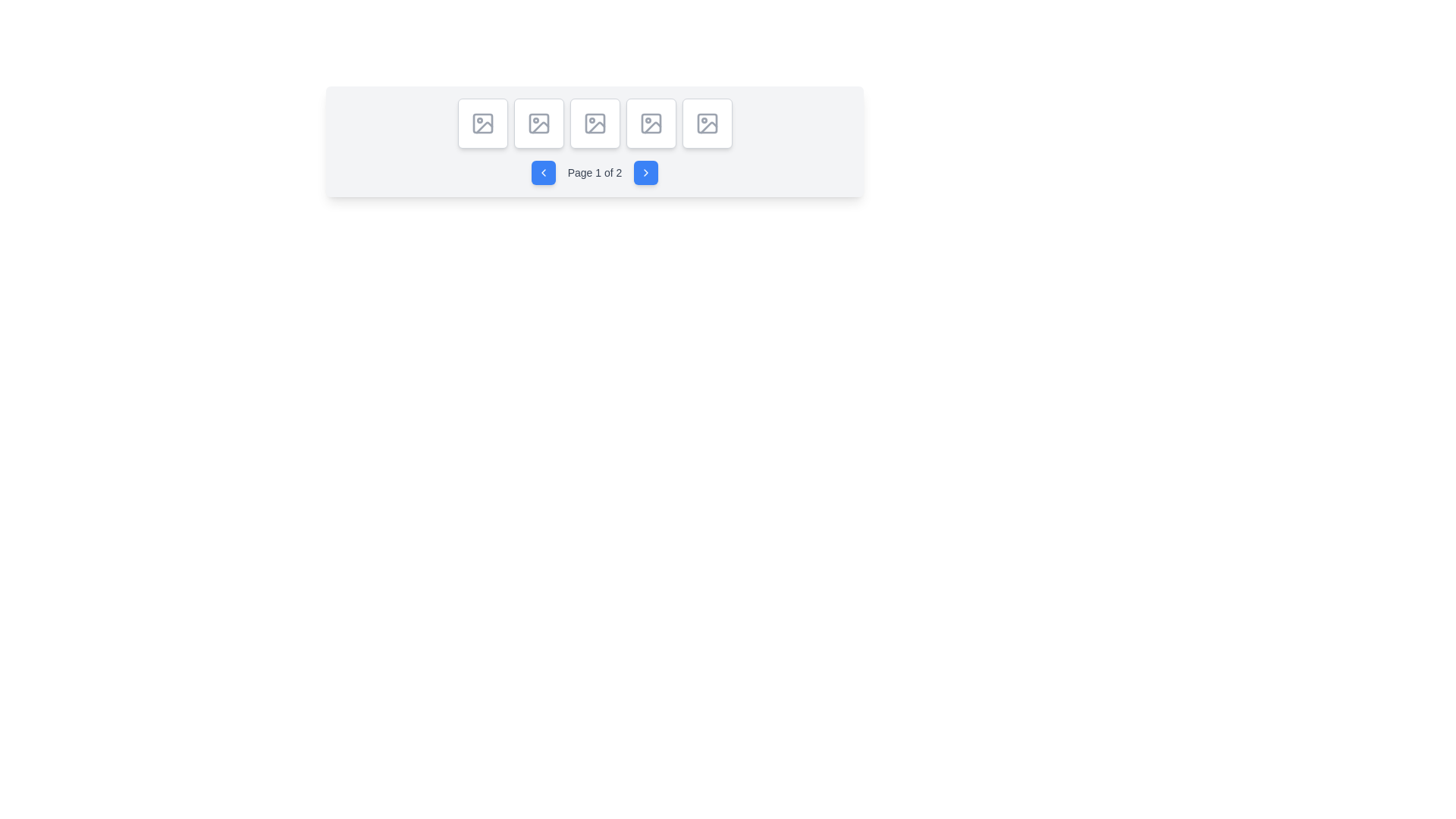 Image resolution: width=1456 pixels, height=819 pixels. I want to click on the second Placeholder card with icon in the grid layout to interact with its image-related functionality, so click(538, 122).